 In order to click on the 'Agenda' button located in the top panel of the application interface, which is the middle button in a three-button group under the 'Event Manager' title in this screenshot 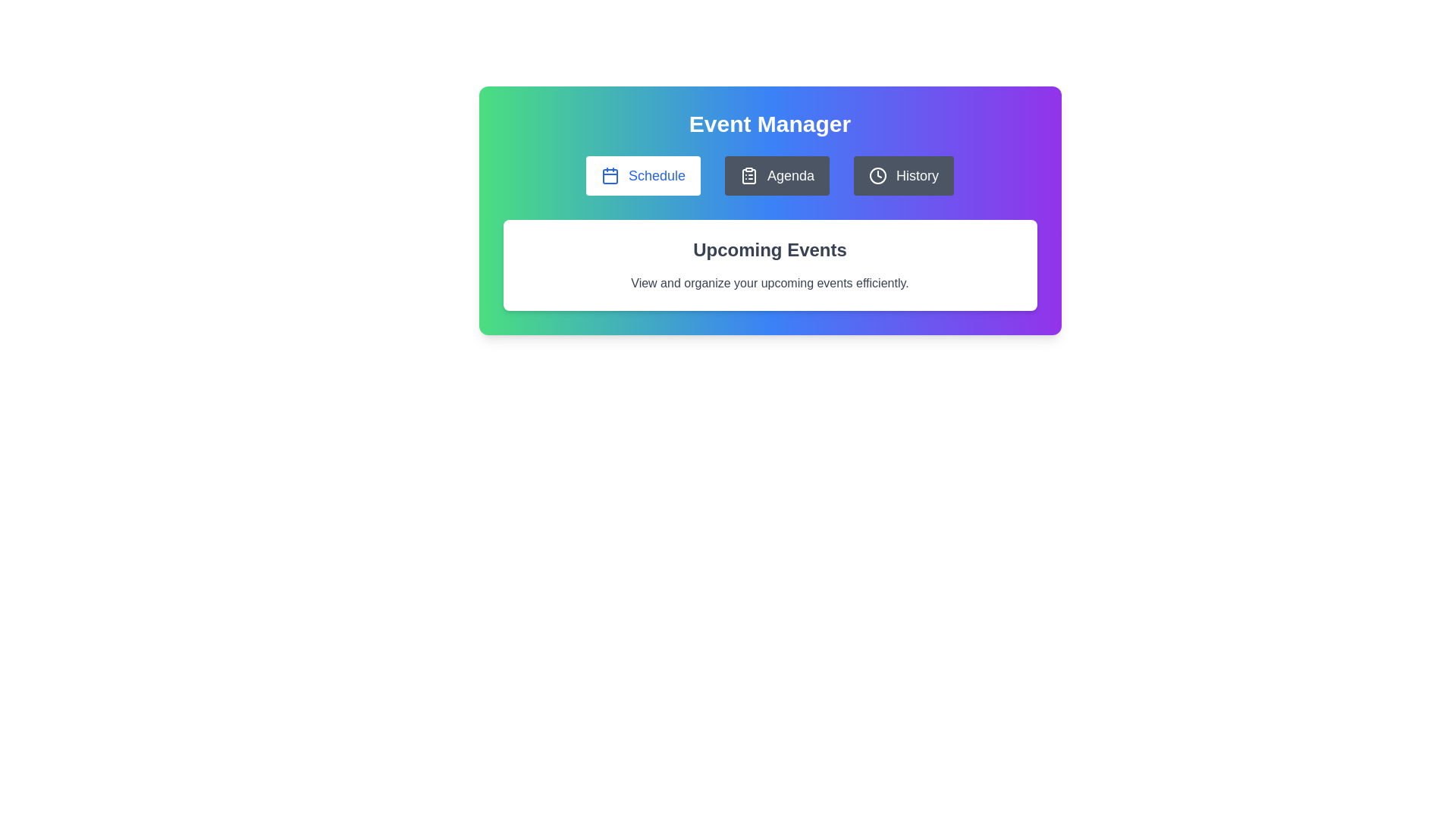, I will do `click(789, 174)`.